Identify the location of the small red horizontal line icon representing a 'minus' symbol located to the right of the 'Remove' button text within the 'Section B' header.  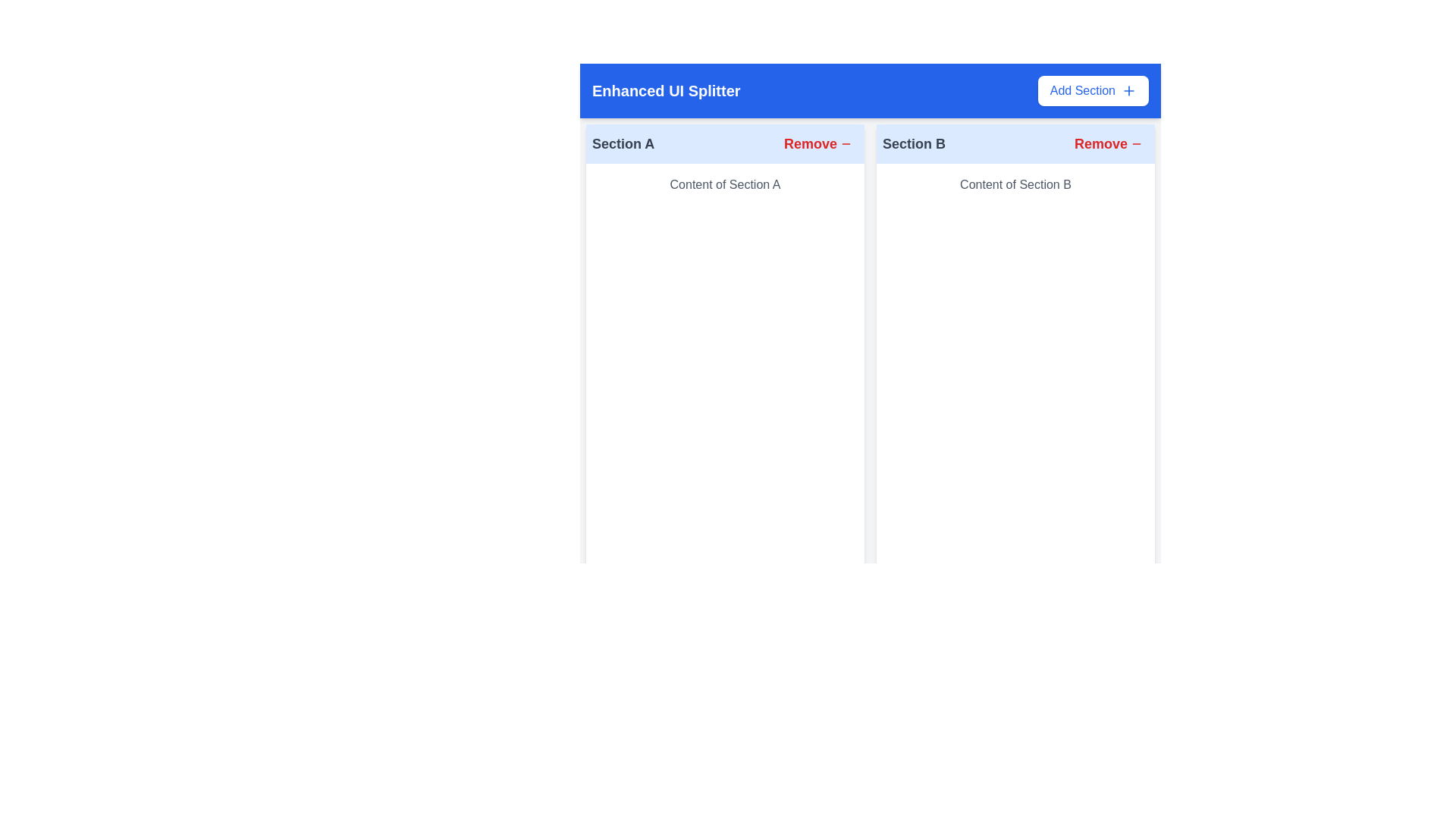
(1136, 143).